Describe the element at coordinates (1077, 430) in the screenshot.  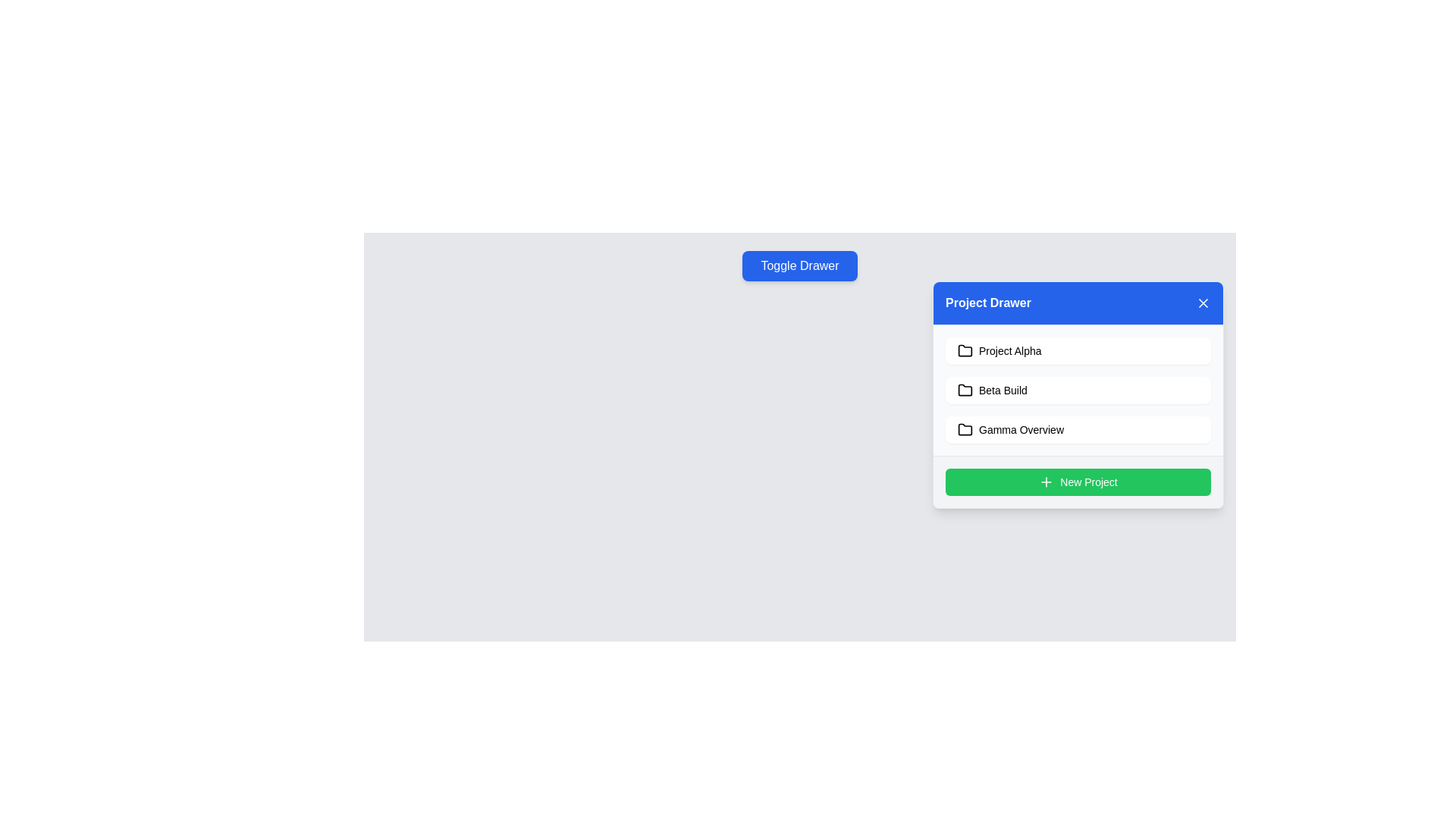
I see `the third item in the vertically stacked list within the 'Project Drawer'` at that location.